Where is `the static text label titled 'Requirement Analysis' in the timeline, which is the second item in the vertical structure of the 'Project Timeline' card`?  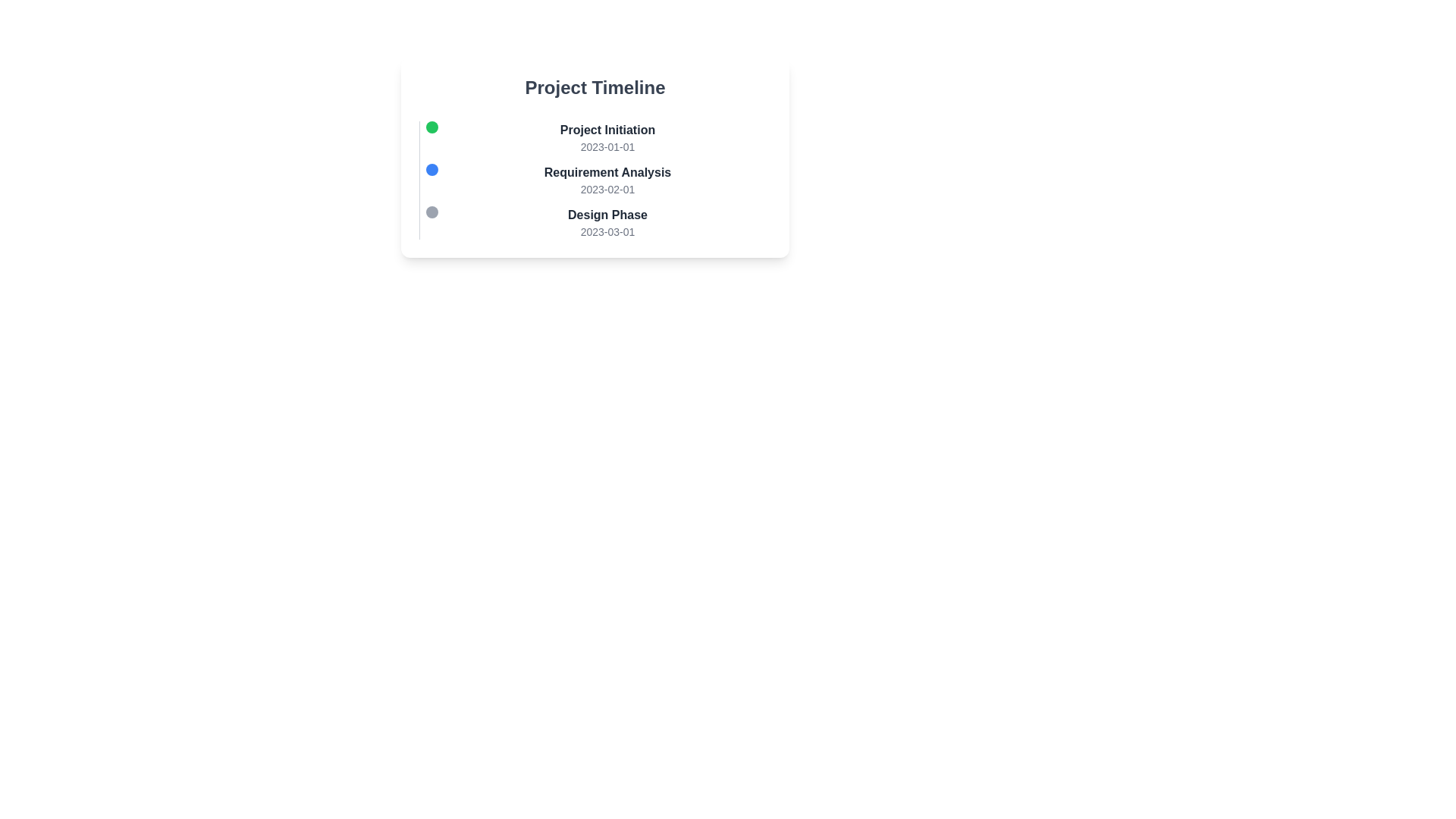 the static text label titled 'Requirement Analysis' in the timeline, which is the second item in the vertical structure of the 'Project Timeline' card is located at coordinates (607, 171).